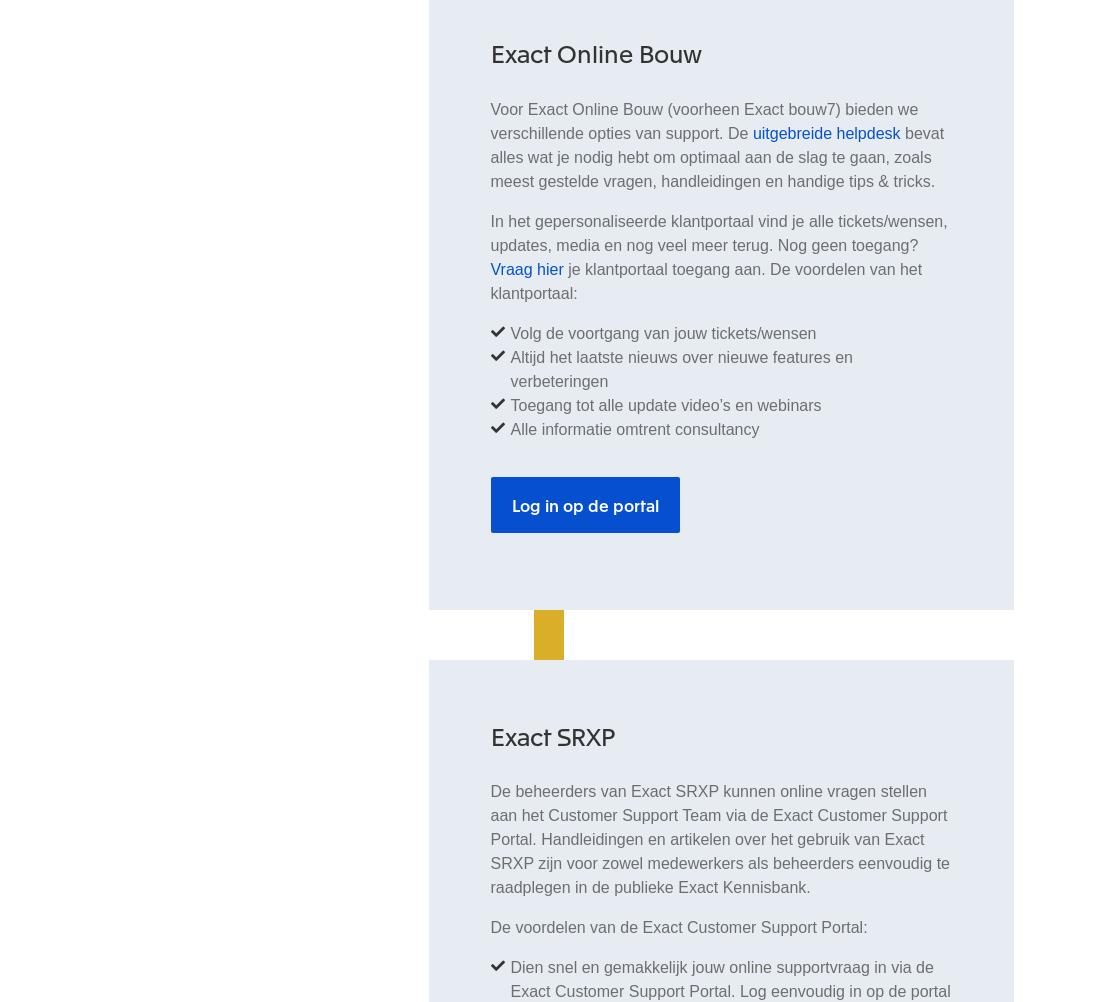 This screenshot has height=1002, width=1097. What do you see at coordinates (508, 427) in the screenshot?
I see `'Alle informatie omtrent consultancy'` at bounding box center [508, 427].